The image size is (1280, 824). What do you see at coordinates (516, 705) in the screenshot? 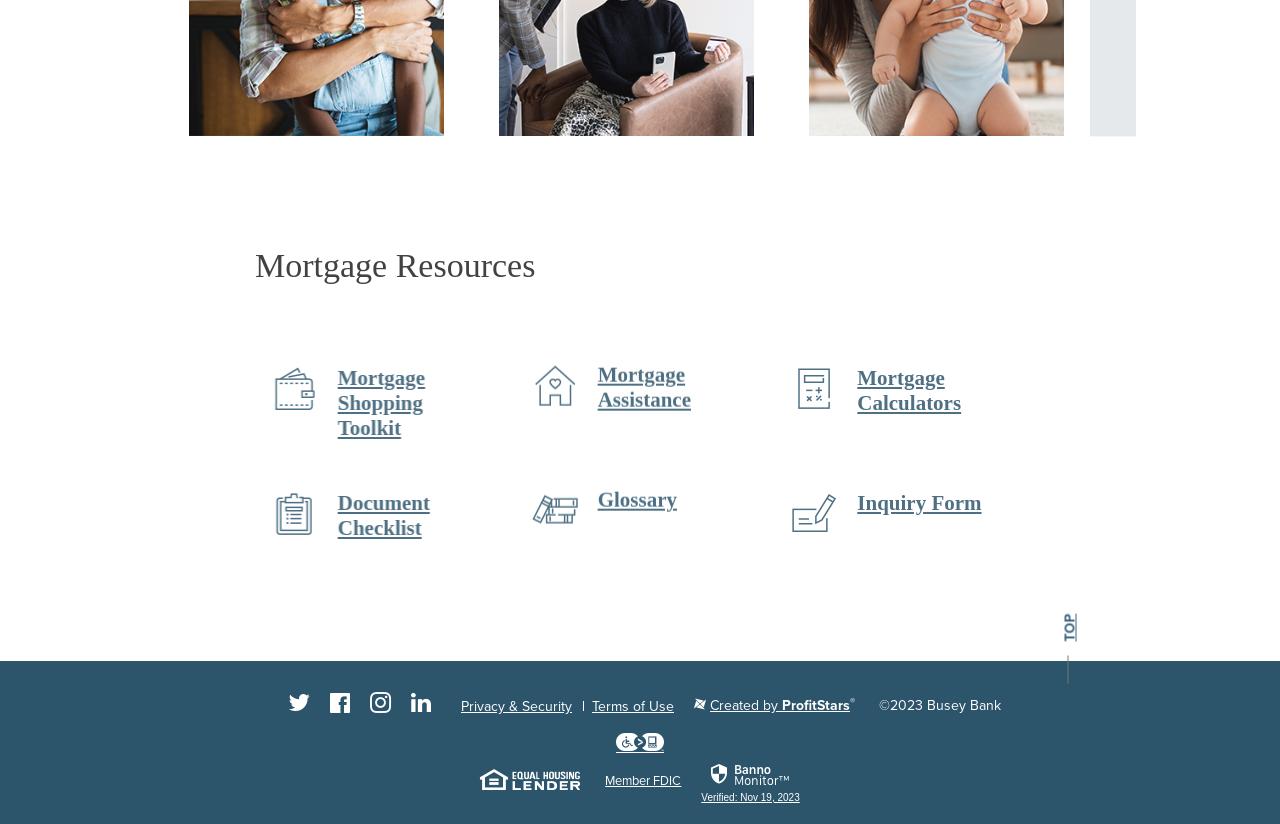
I see `'Privacy & Security'` at bounding box center [516, 705].